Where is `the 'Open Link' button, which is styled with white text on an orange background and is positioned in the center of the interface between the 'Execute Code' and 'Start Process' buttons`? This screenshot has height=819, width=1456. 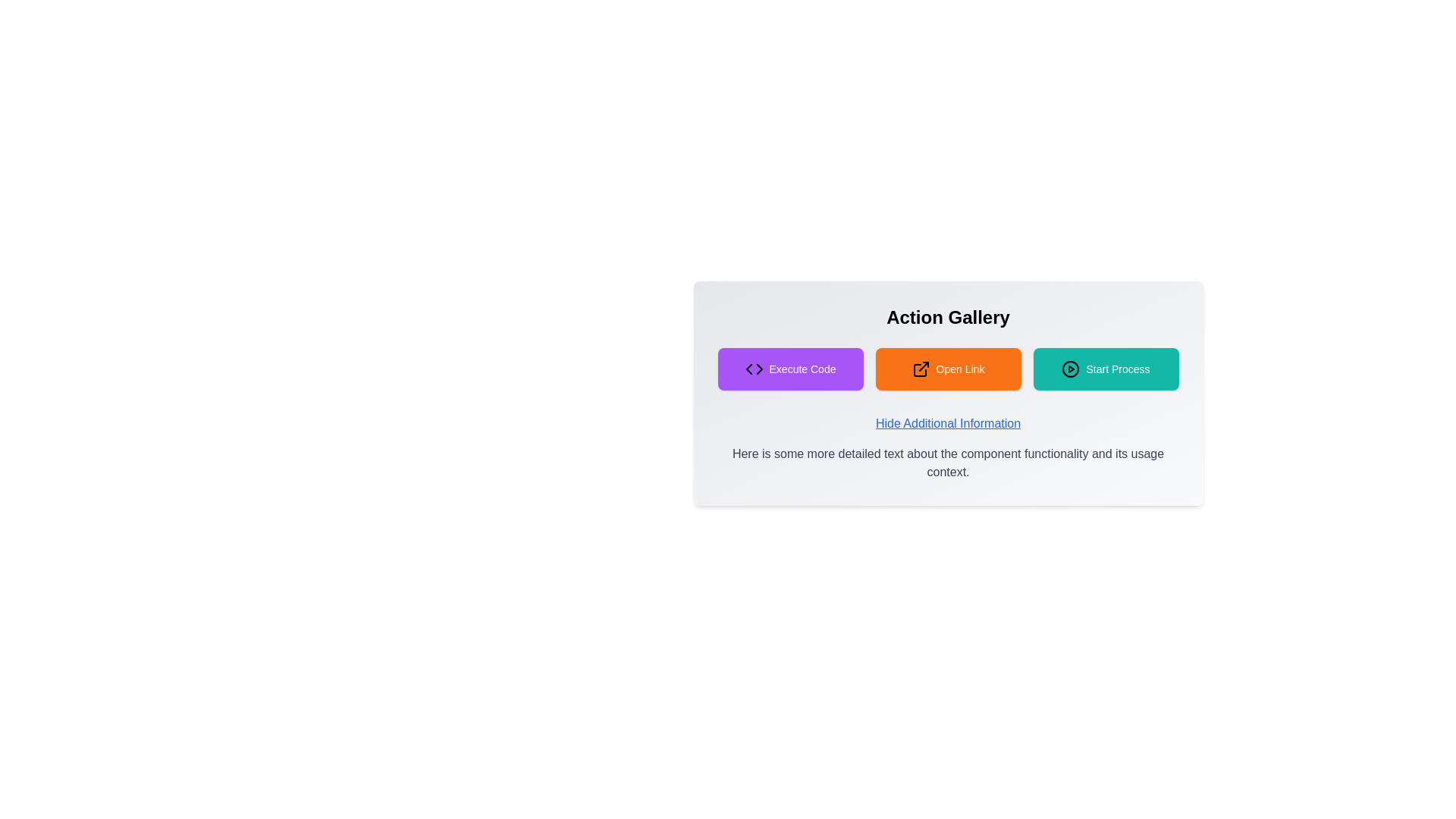
the 'Open Link' button, which is styled with white text on an orange background and is positioned in the center of the interface between the 'Execute Code' and 'Start Process' buttons is located at coordinates (959, 369).